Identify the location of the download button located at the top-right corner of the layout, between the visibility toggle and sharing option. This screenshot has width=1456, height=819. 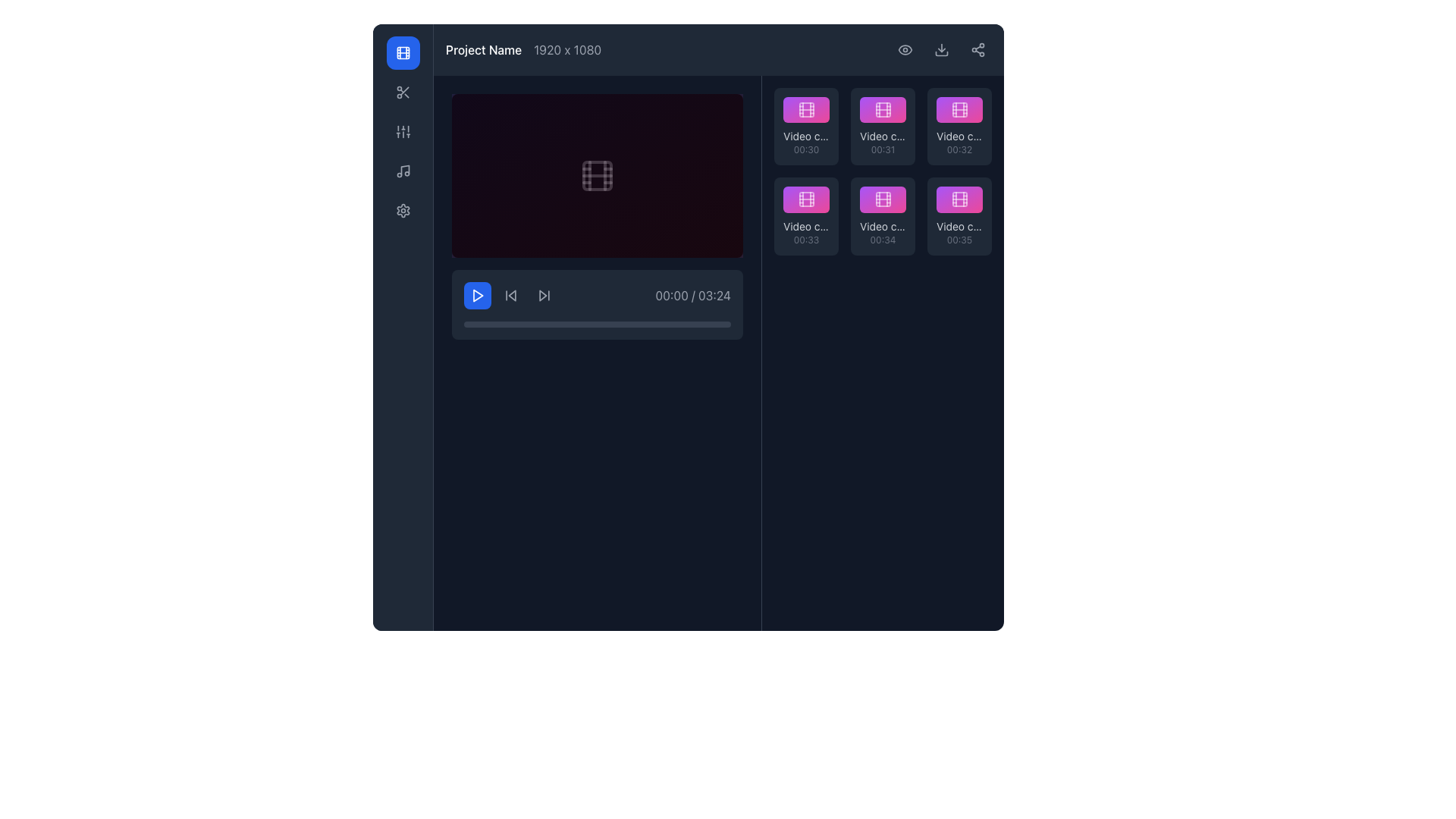
(941, 49).